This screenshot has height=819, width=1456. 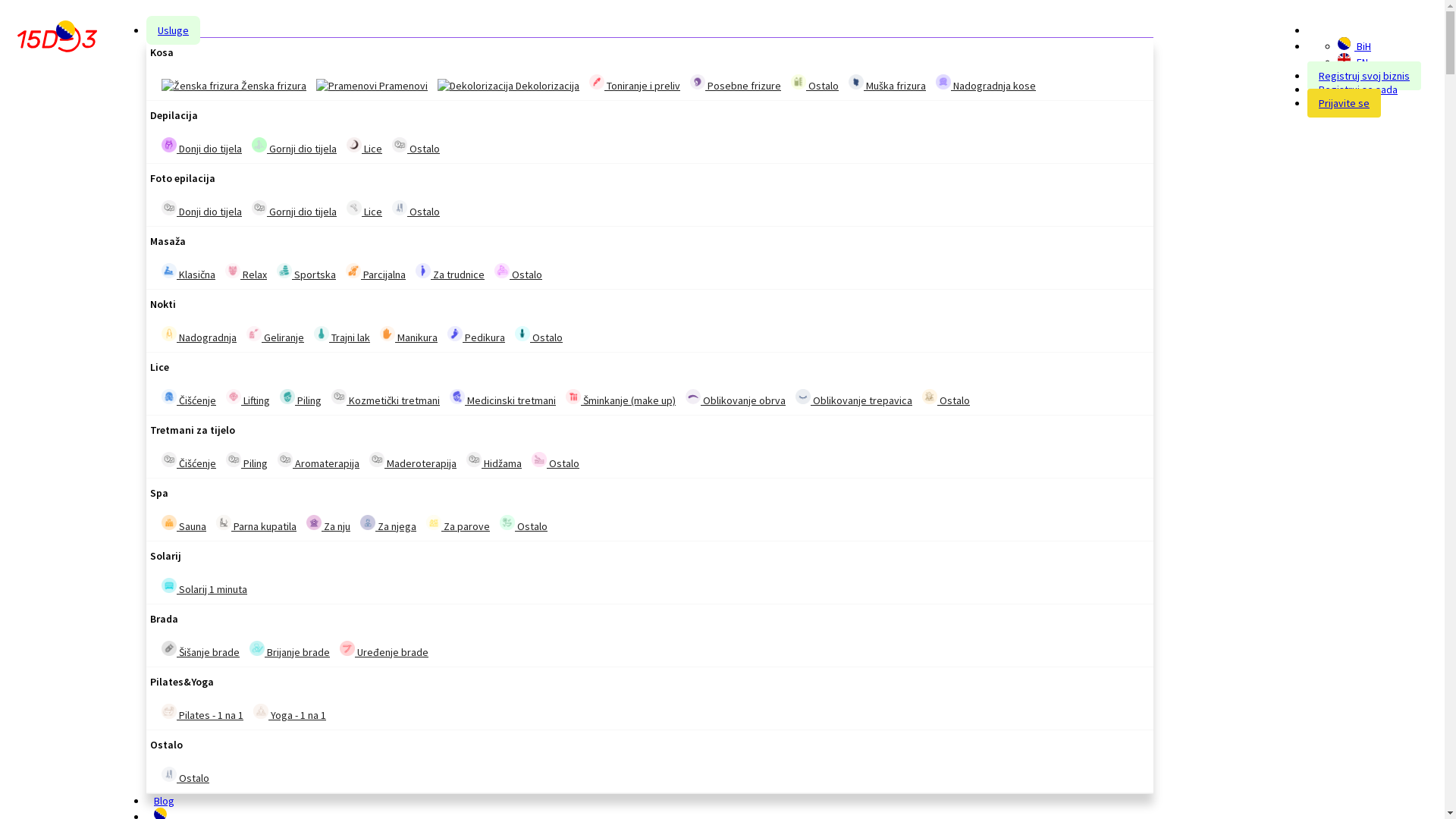 I want to click on 'Ostalo', so click(x=400, y=145).